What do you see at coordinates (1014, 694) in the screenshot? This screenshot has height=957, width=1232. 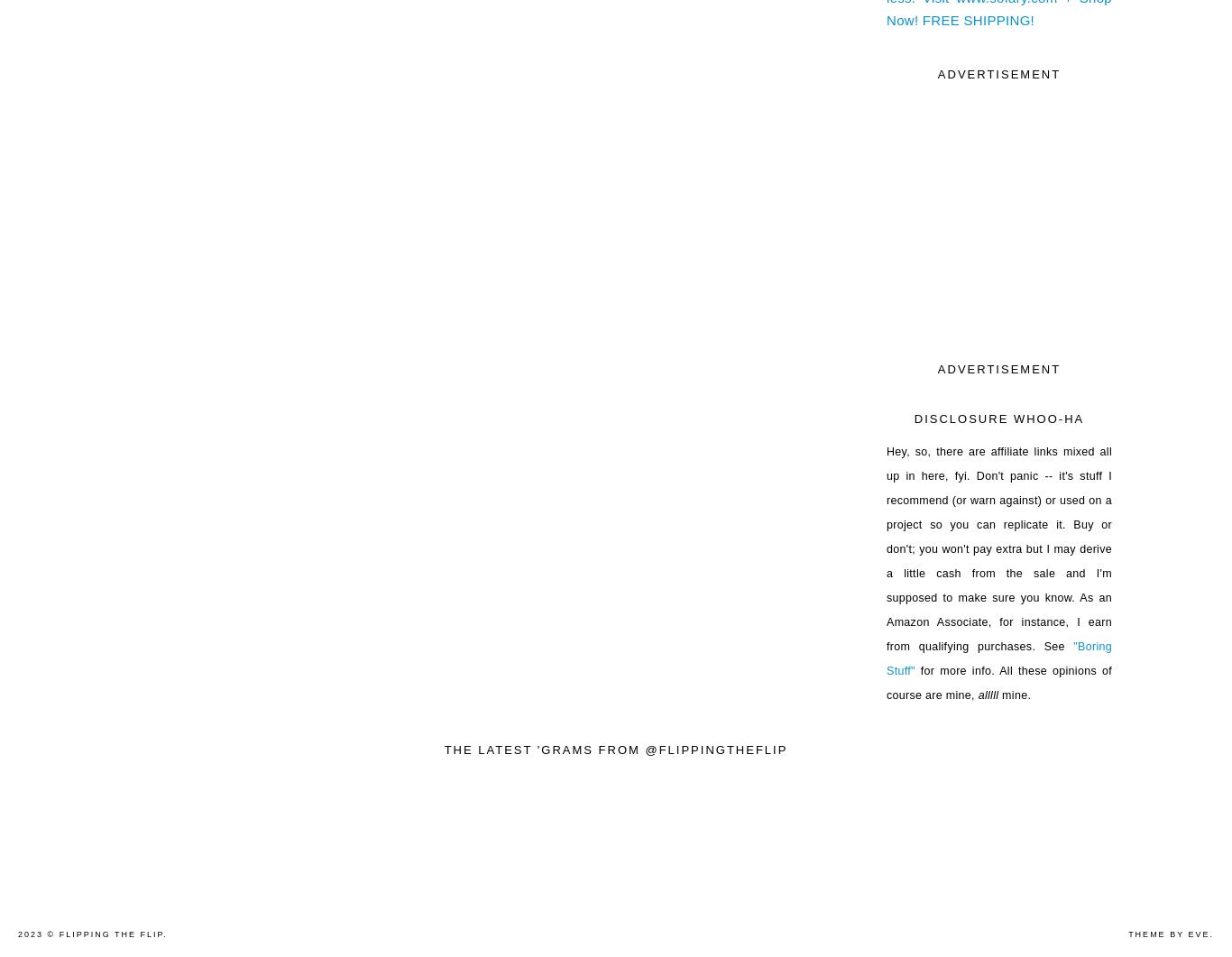 I see `'mine.'` at bounding box center [1014, 694].